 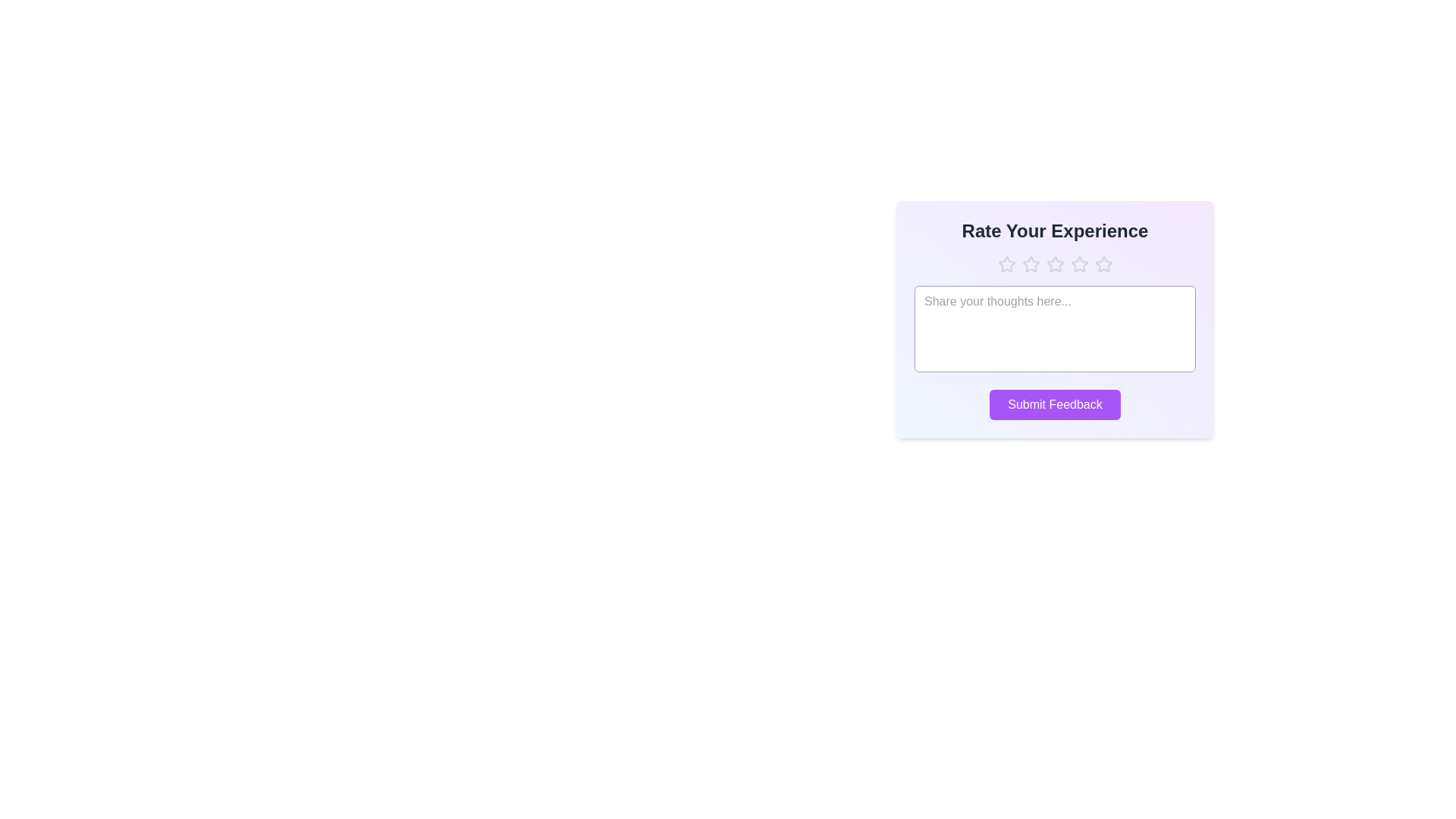 What do you see at coordinates (1103, 263) in the screenshot?
I see `the star corresponding to the desired rating 5` at bounding box center [1103, 263].